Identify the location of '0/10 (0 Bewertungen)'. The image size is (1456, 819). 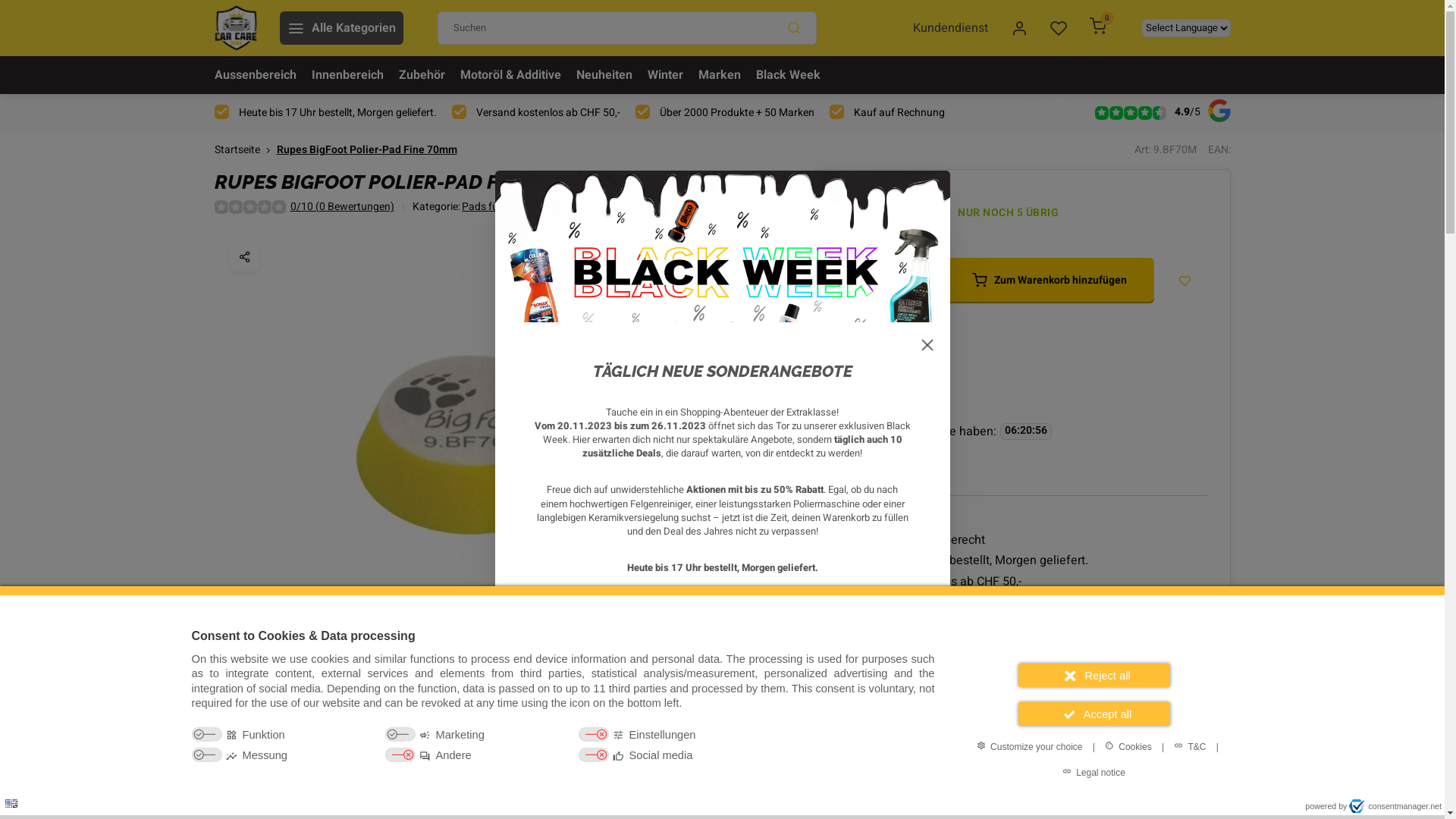
(290, 207).